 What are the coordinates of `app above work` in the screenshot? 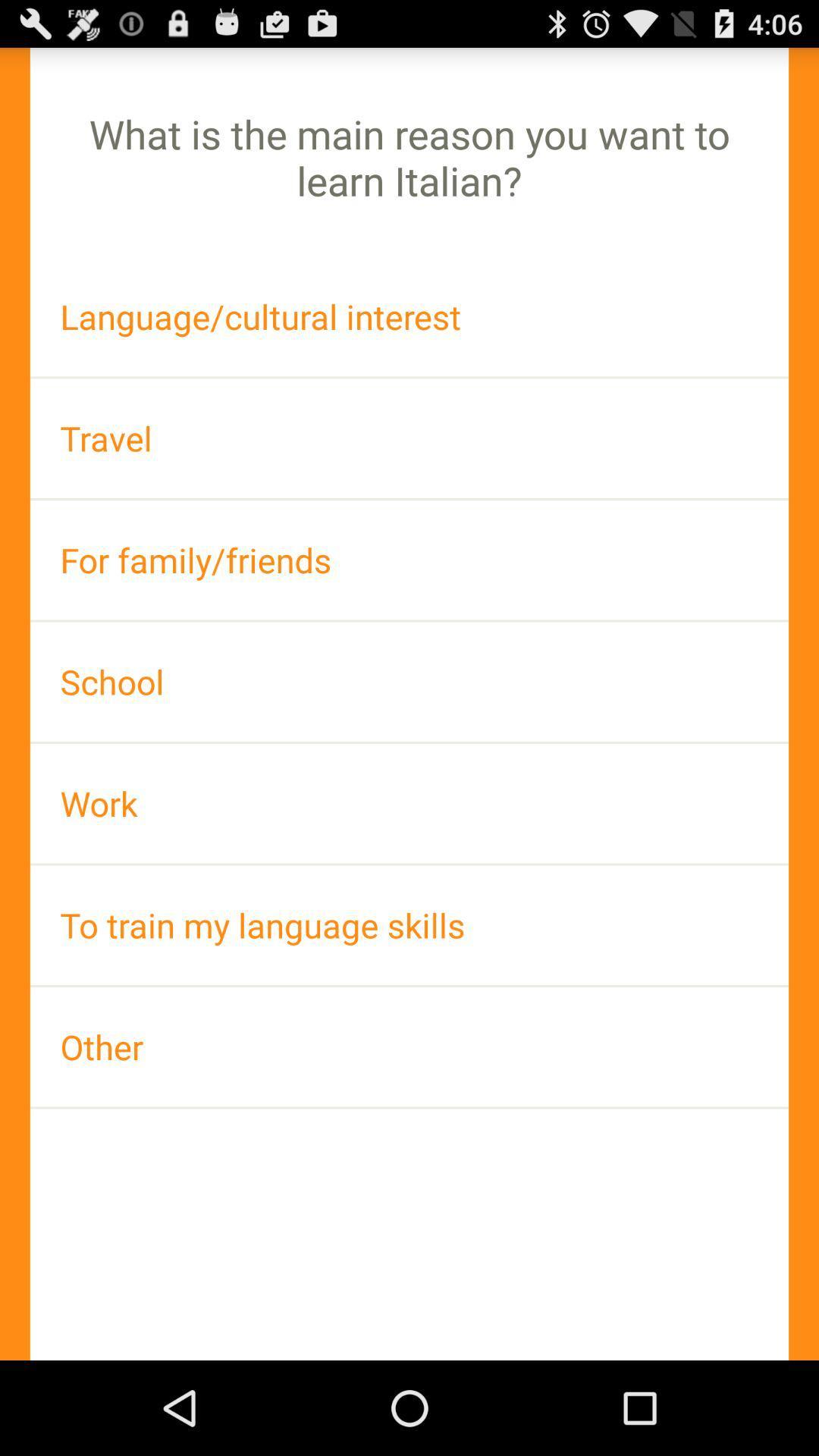 It's located at (409, 681).